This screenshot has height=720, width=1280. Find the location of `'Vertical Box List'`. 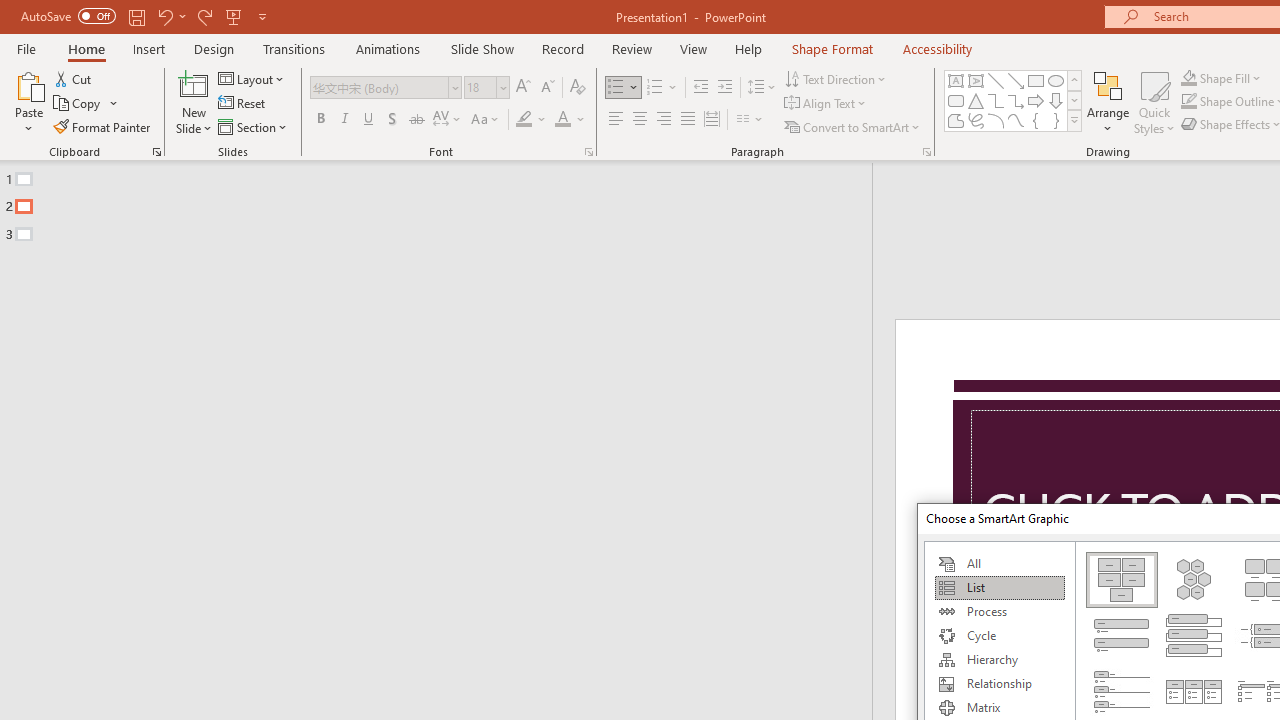

'Vertical Box List' is located at coordinates (1194, 635).